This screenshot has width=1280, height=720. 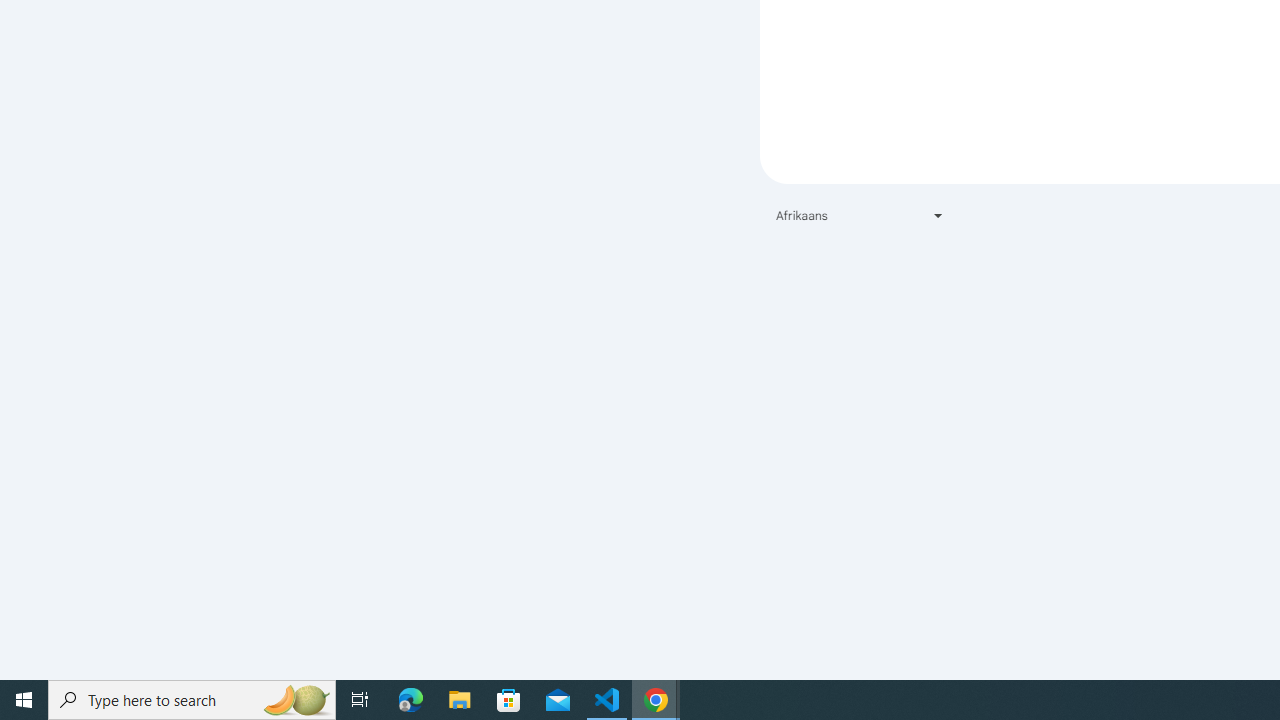 What do you see at coordinates (656, 698) in the screenshot?
I see `'Google Chrome - 2 running windows'` at bounding box center [656, 698].